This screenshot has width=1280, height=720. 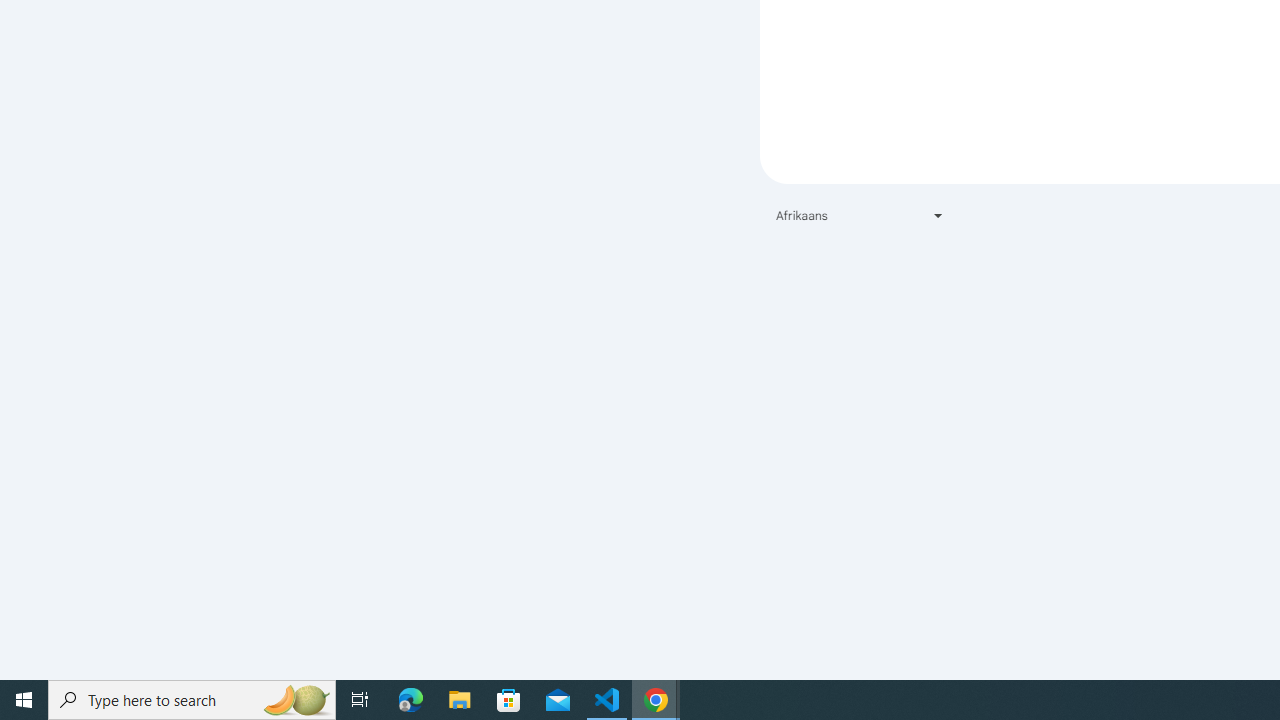 What do you see at coordinates (656, 698) in the screenshot?
I see `'Google Chrome - 2 running windows'` at bounding box center [656, 698].